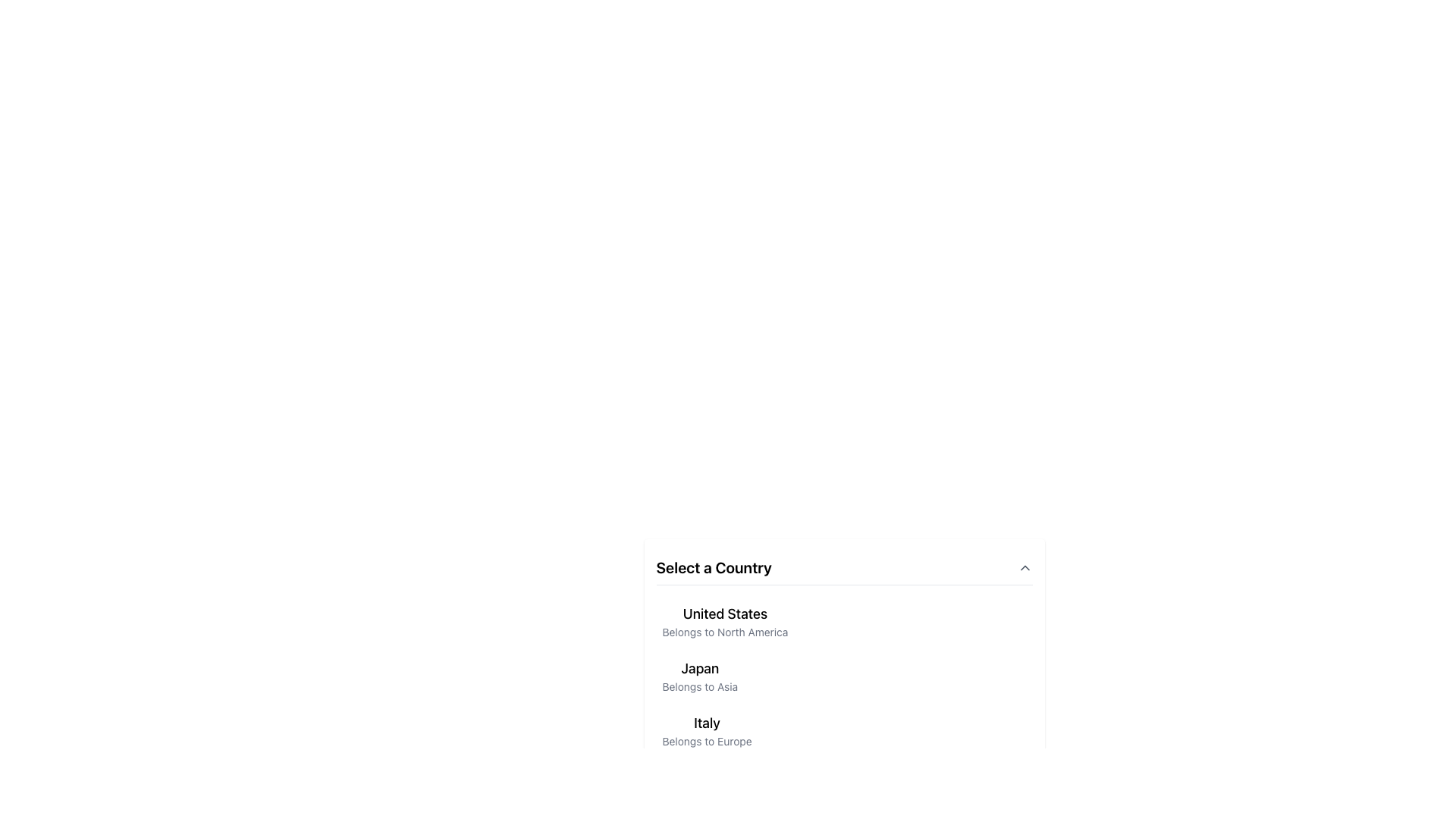 The height and width of the screenshot is (819, 1456). Describe the element at coordinates (706, 722) in the screenshot. I see `the text element displaying 'Italy' which is styled in bold black font and is positioned above a lighter gray description text in a list of country names` at that location.